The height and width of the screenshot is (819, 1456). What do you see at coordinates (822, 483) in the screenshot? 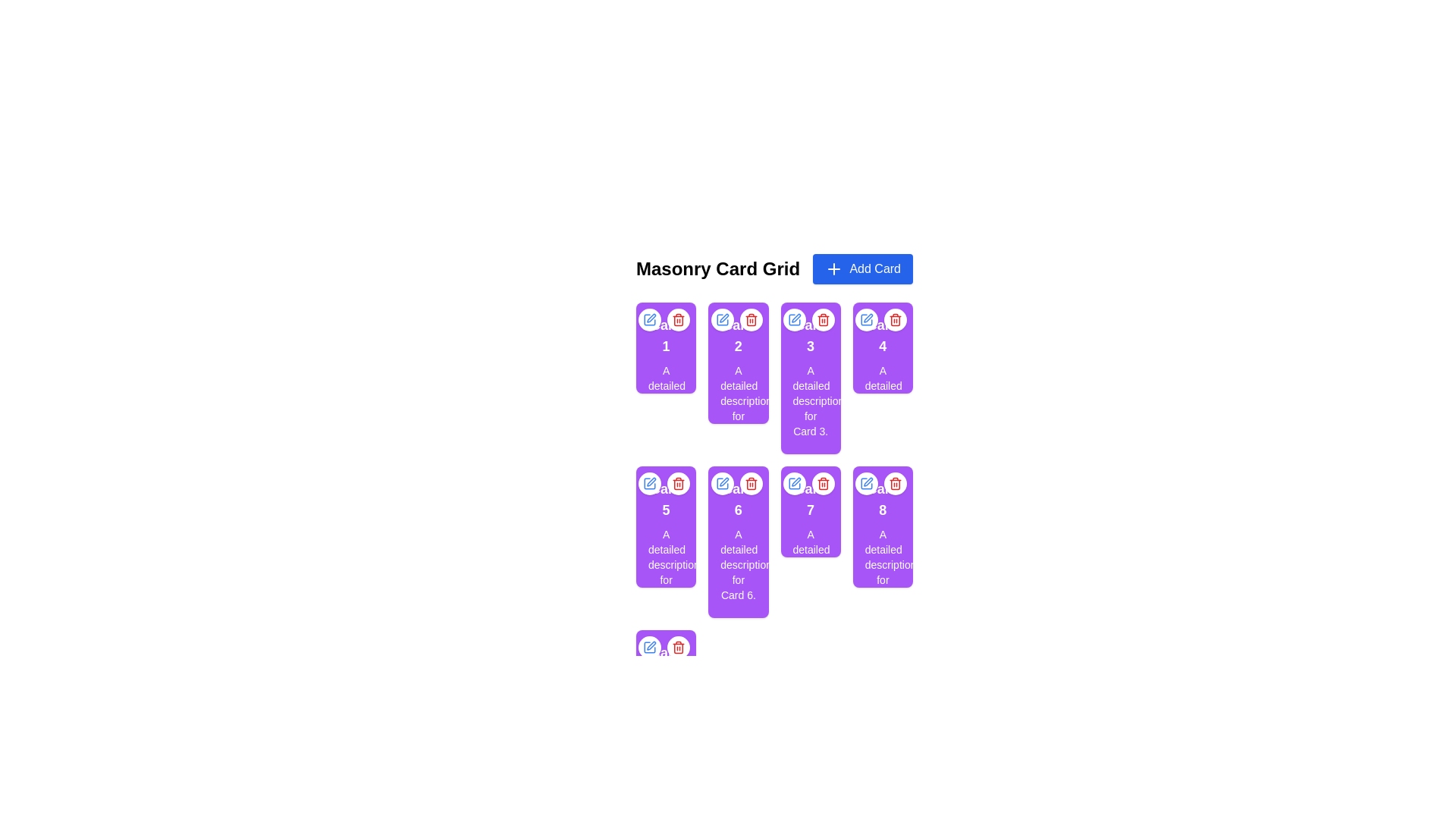
I see `the delete icon located at the top-right corner of the grid card` at bounding box center [822, 483].